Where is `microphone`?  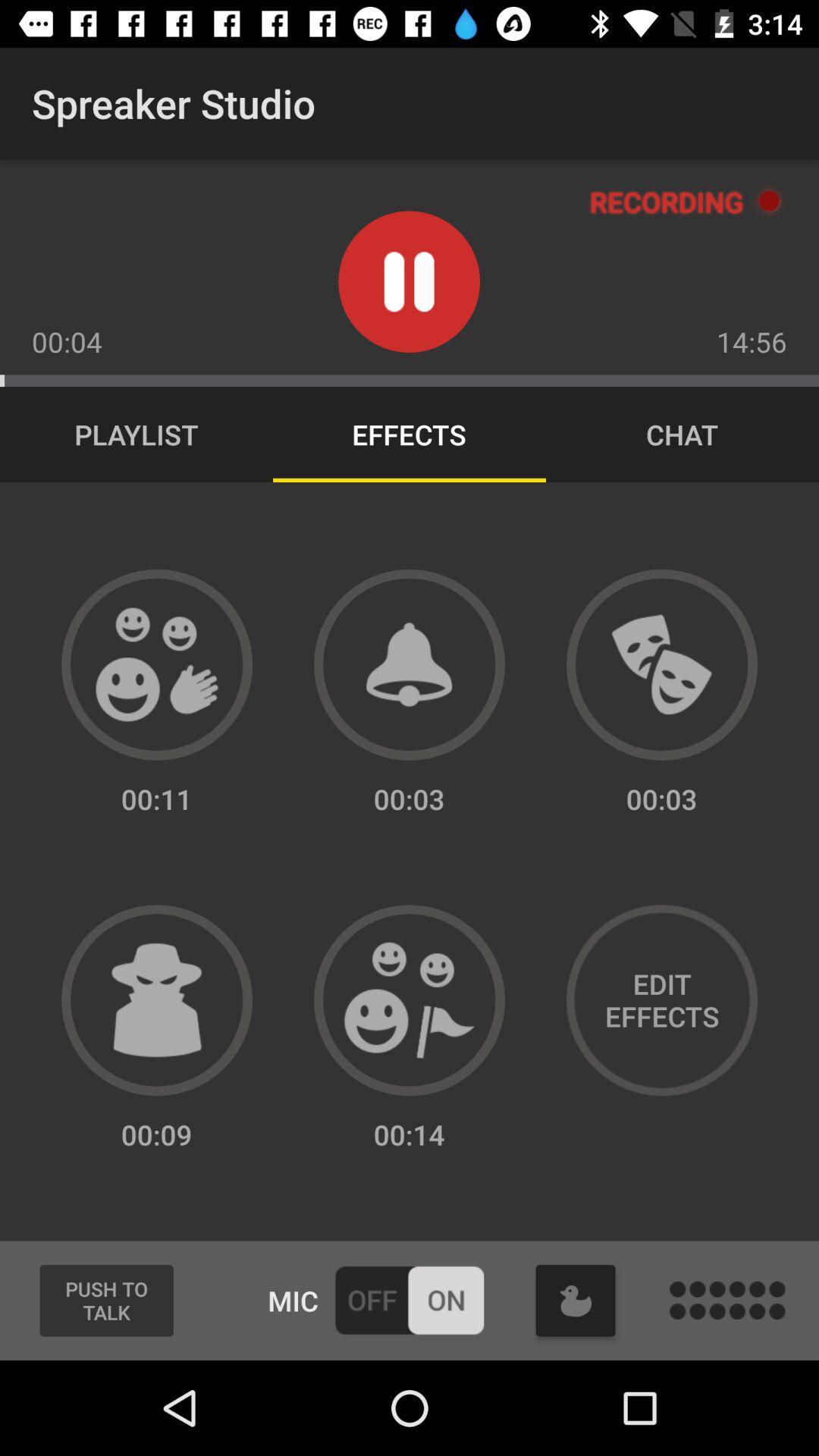 microphone is located at coordinates (408, 1299).